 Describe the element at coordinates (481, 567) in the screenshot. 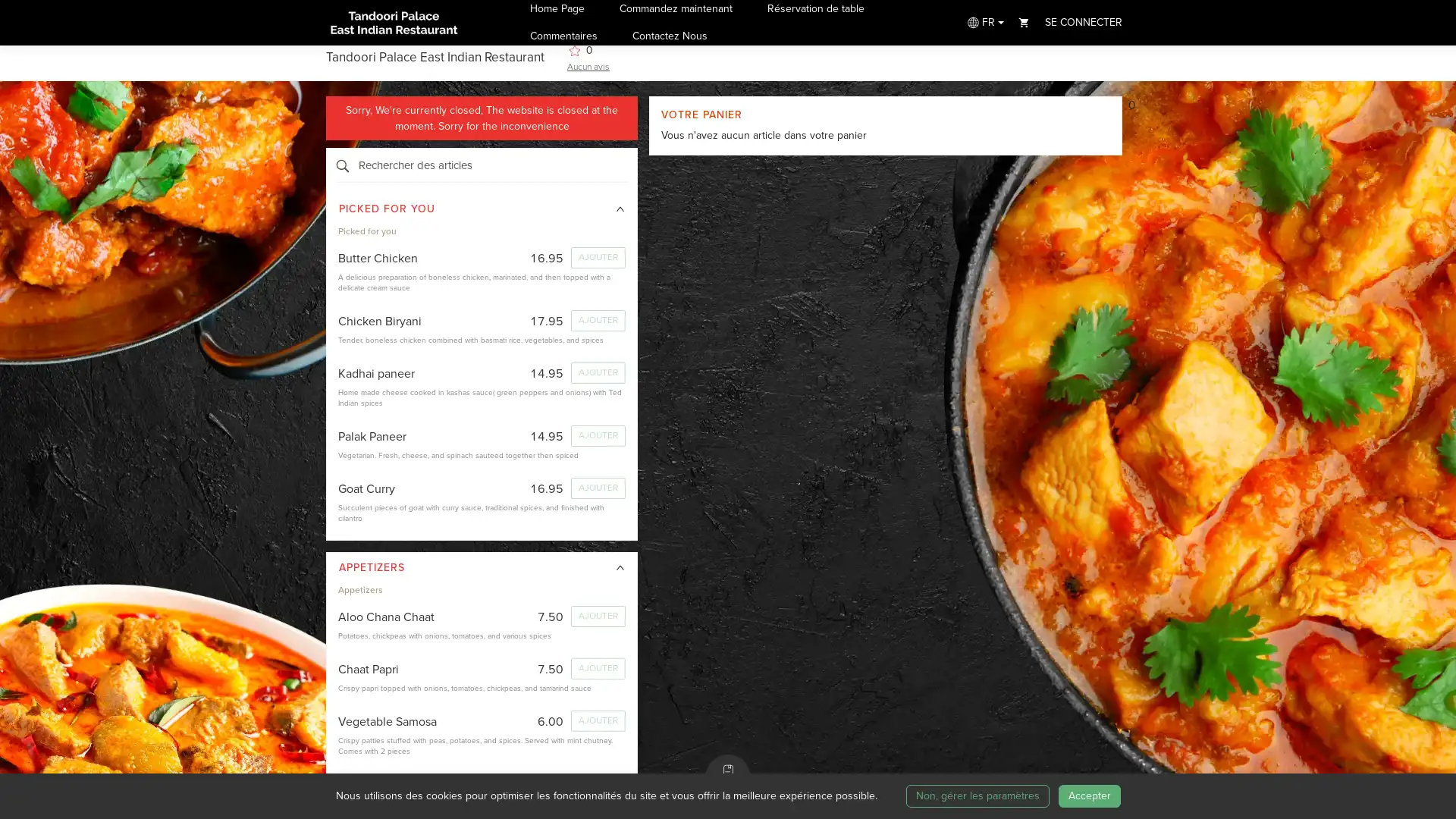

I see `icon: right APPETIZERS` at that location.